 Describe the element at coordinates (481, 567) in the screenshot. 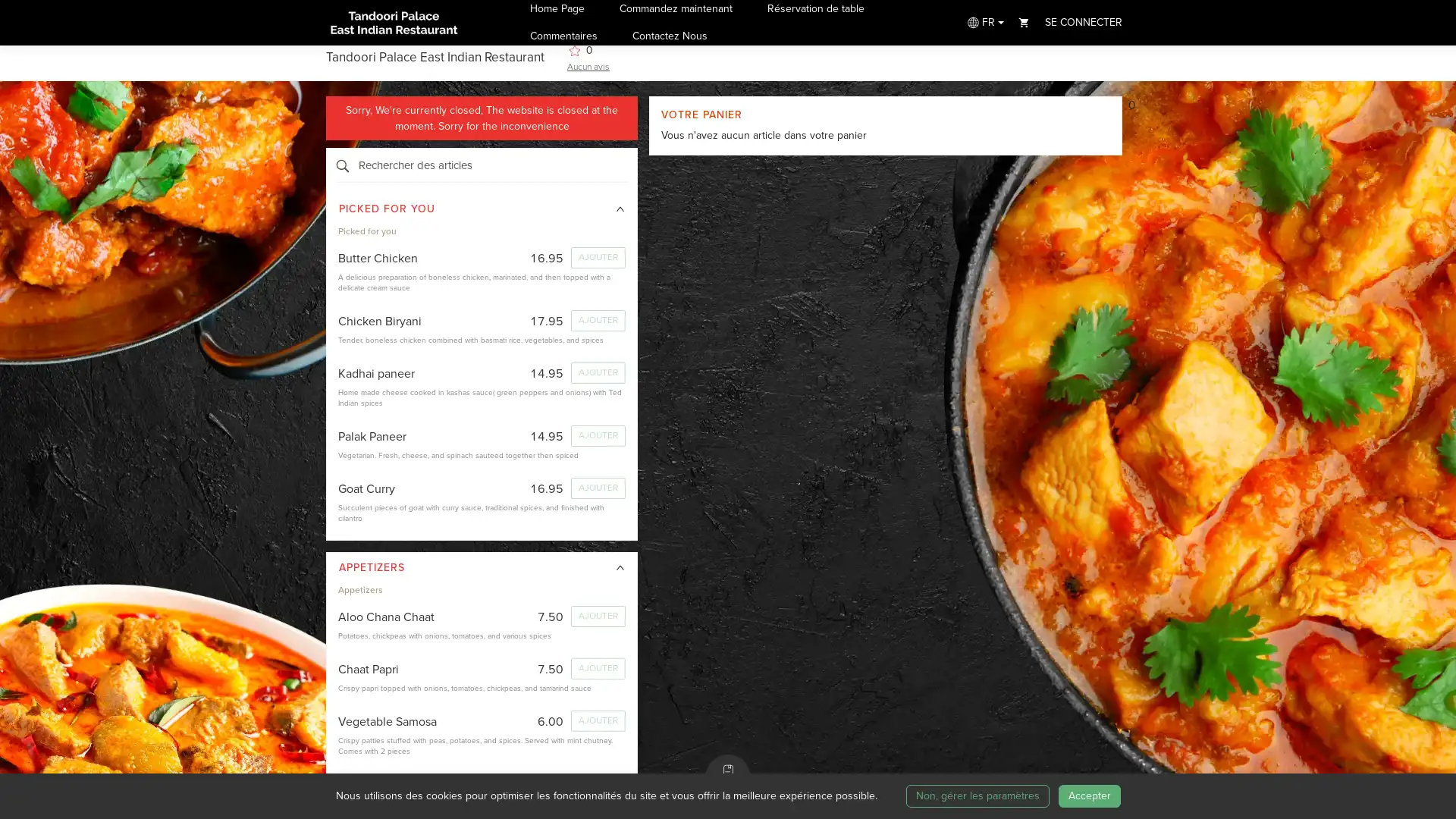

I see `icon: right APPETIZERS` at that location.